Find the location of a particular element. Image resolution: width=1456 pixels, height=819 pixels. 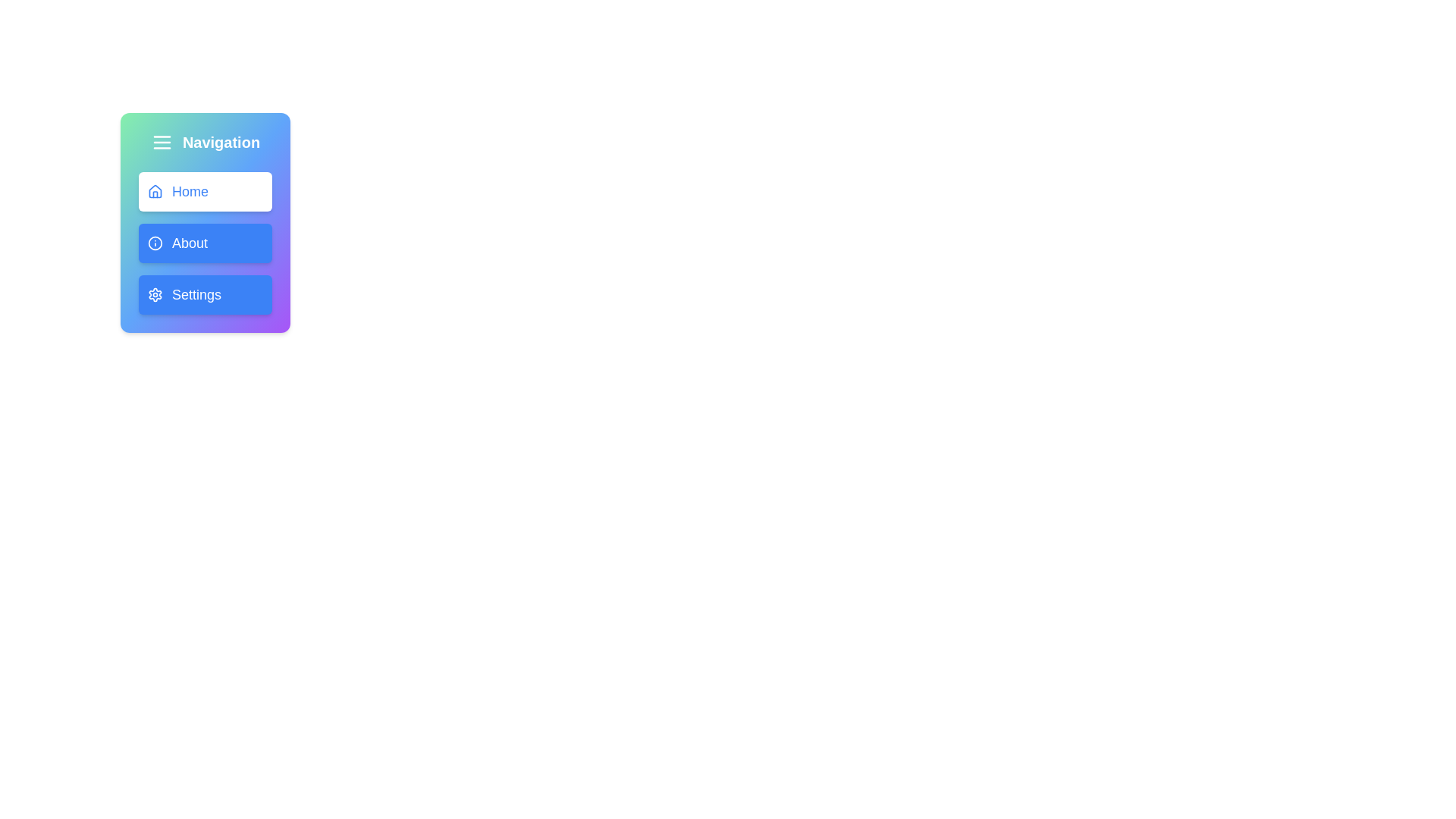

the settings icon, which is a gear shape located in the vertical navigation menu at the bottom is located at coordinates (155, 295).